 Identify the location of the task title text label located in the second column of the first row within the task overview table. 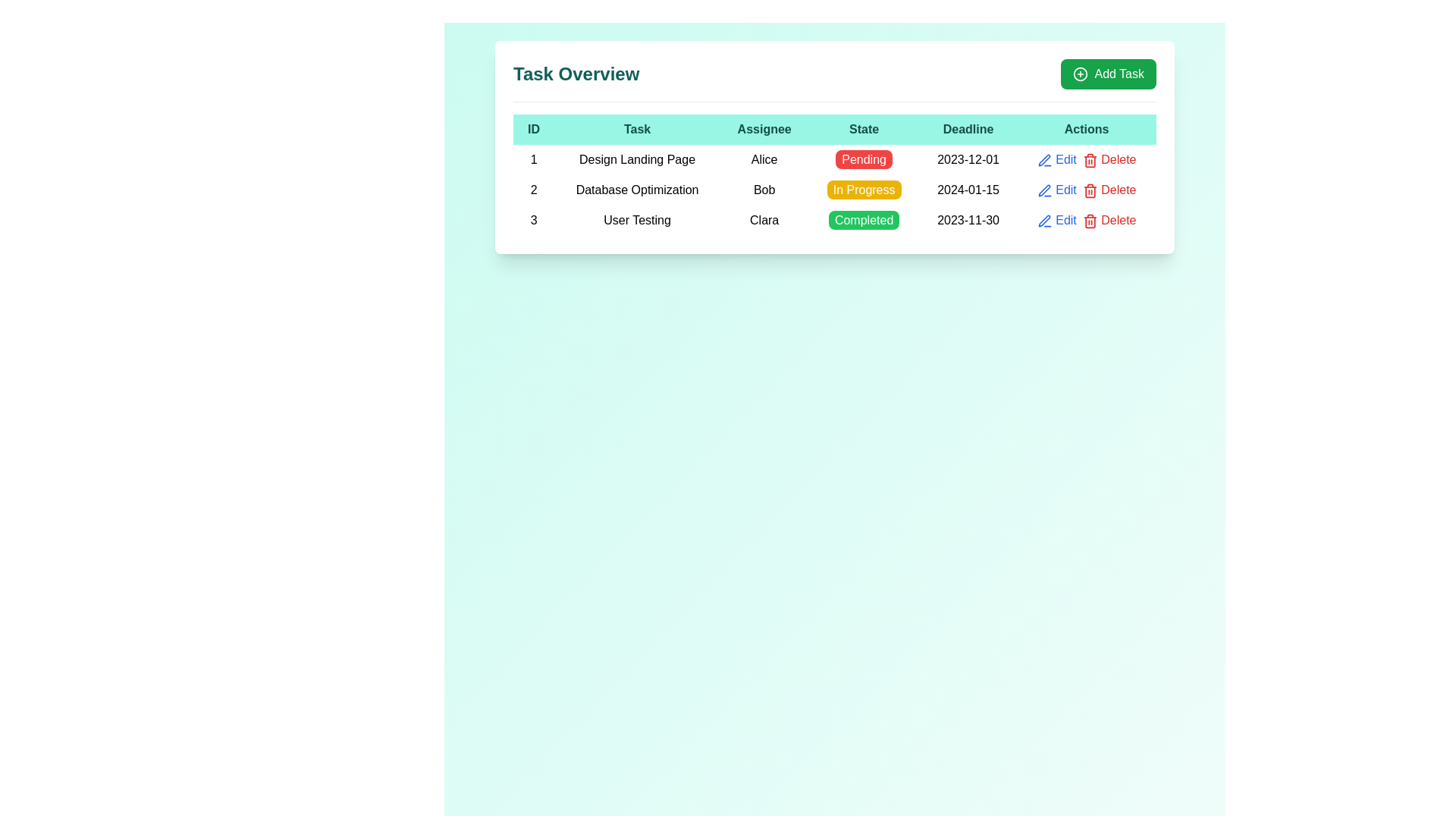
(637, 160).